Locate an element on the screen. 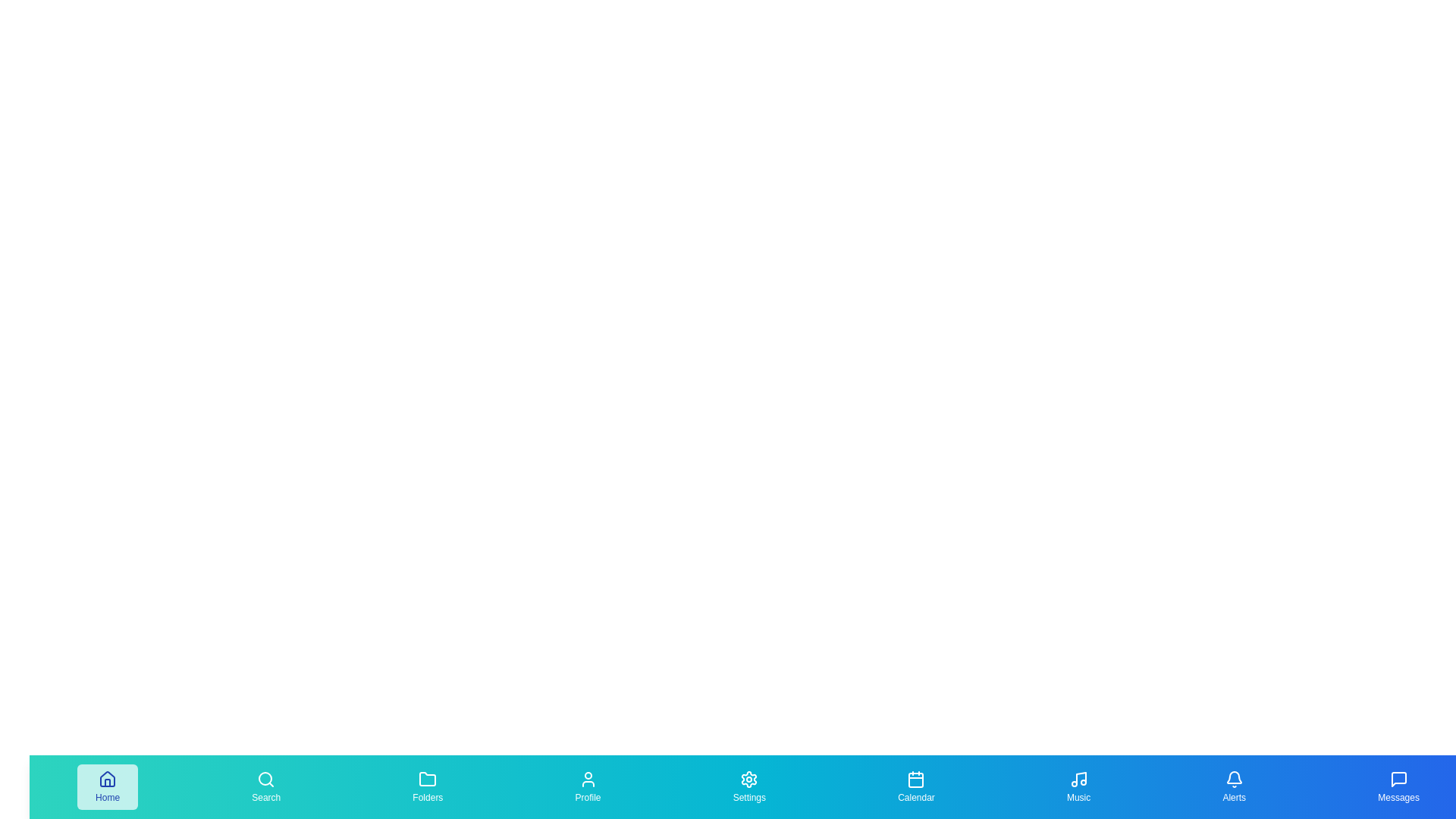  the 'Calendar' tab in the bottom navigation bar is located at coordinates (915, 786).